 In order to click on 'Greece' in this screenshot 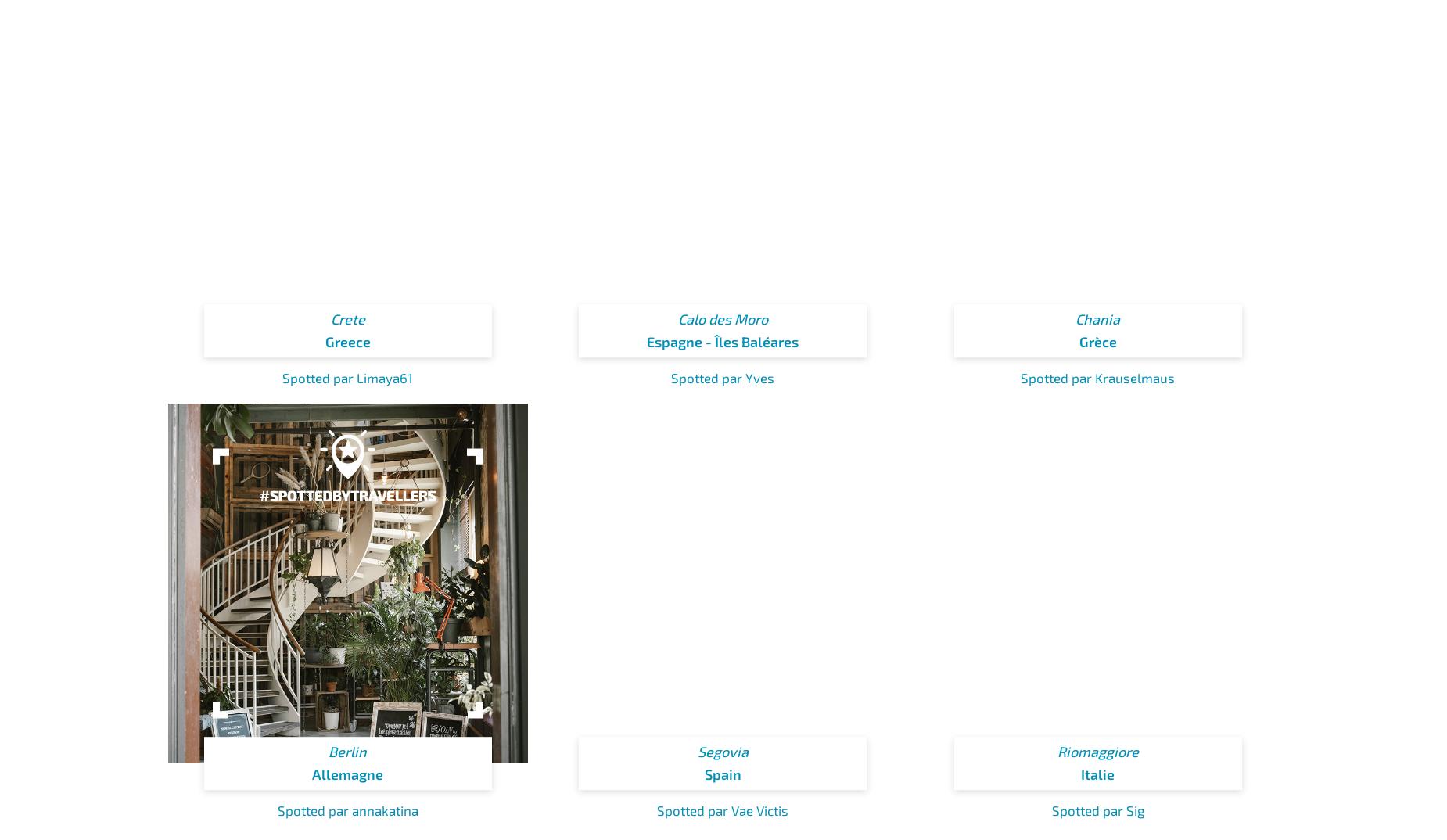, I will do `click(323, 341)`.